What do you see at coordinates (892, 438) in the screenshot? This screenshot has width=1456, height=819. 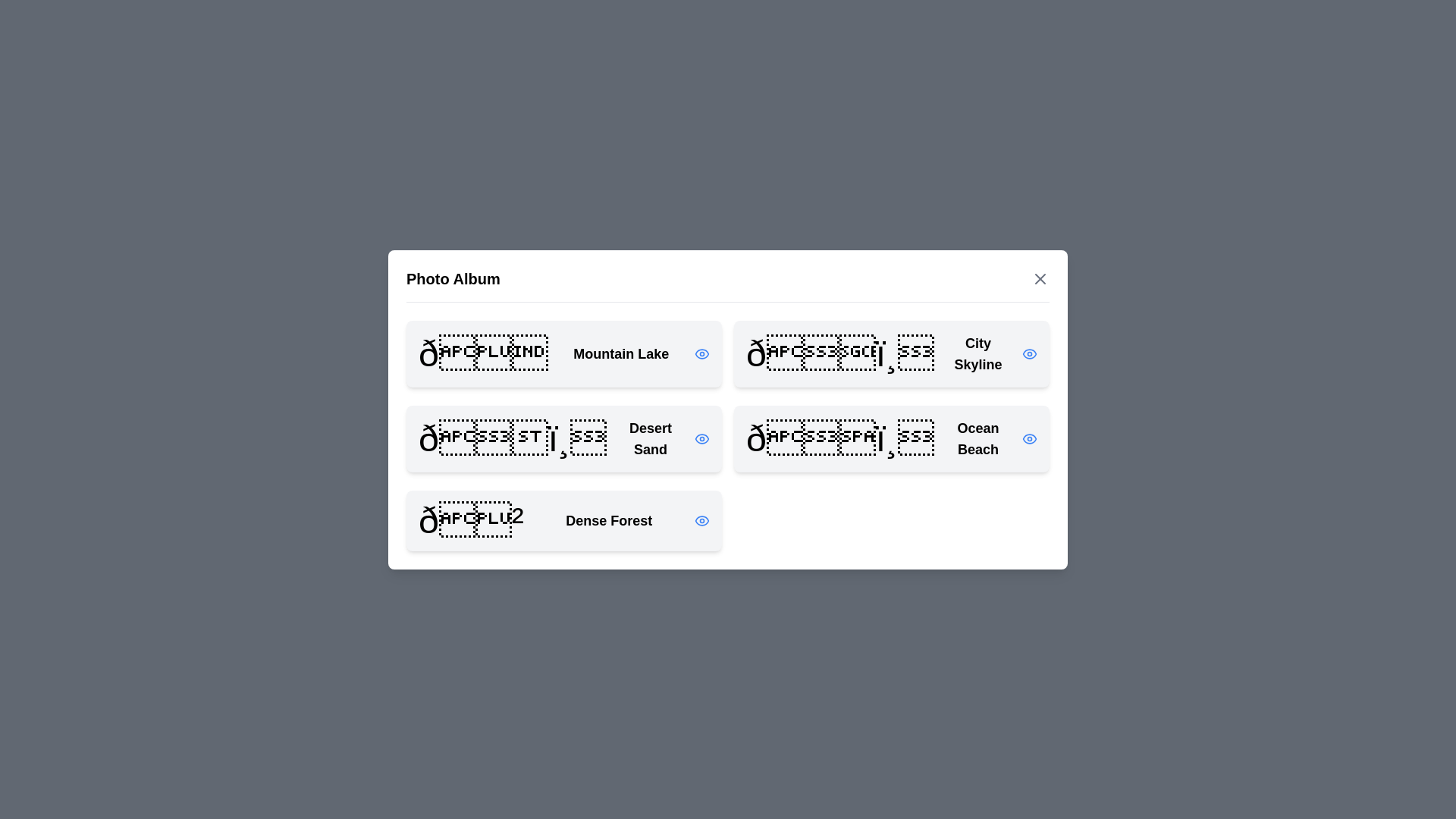 I see `the photo titled Ocean Beach from the list` at bounding box center [892, 438].